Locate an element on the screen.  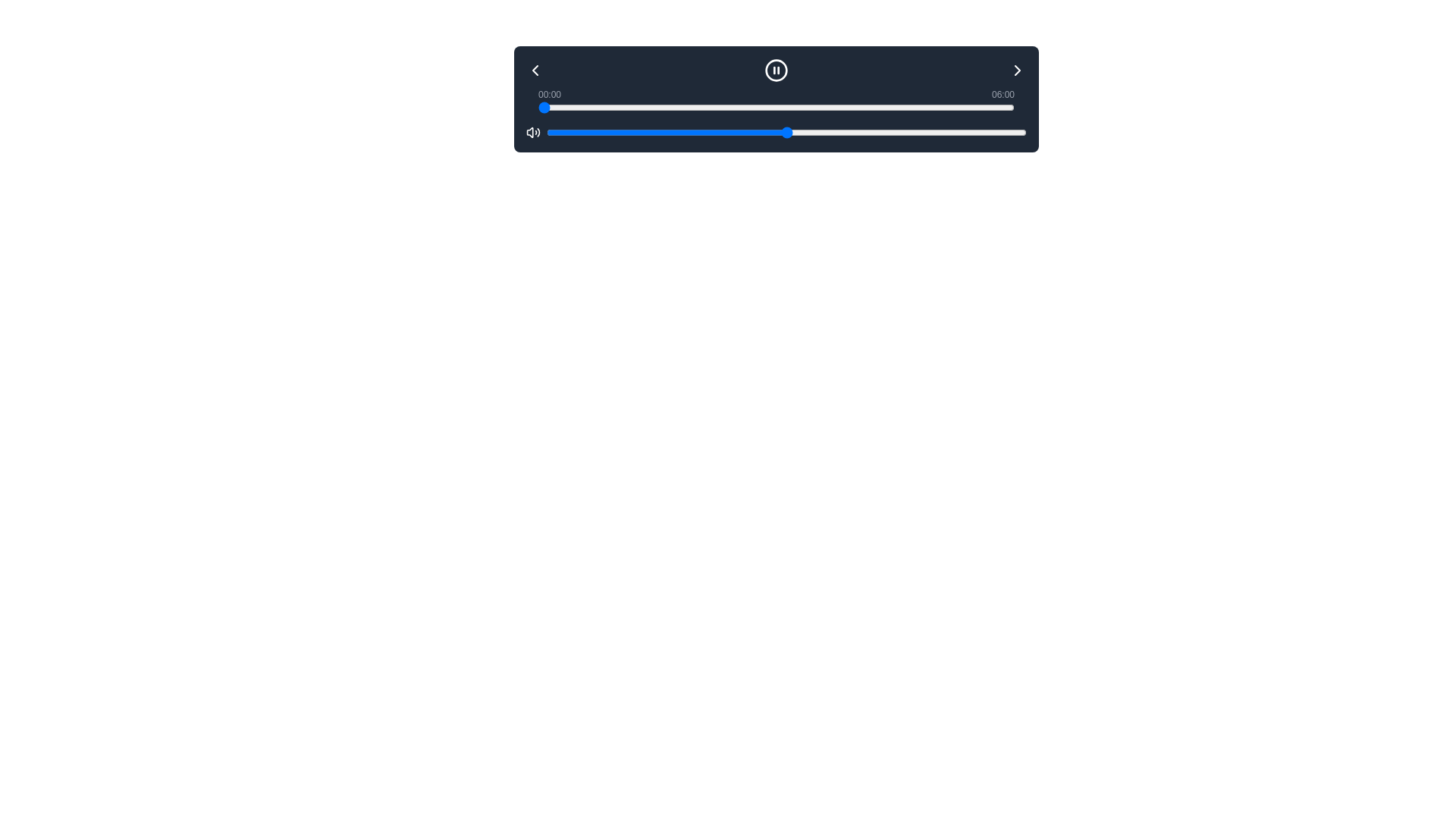
volume is located at coordinates (680, 131).